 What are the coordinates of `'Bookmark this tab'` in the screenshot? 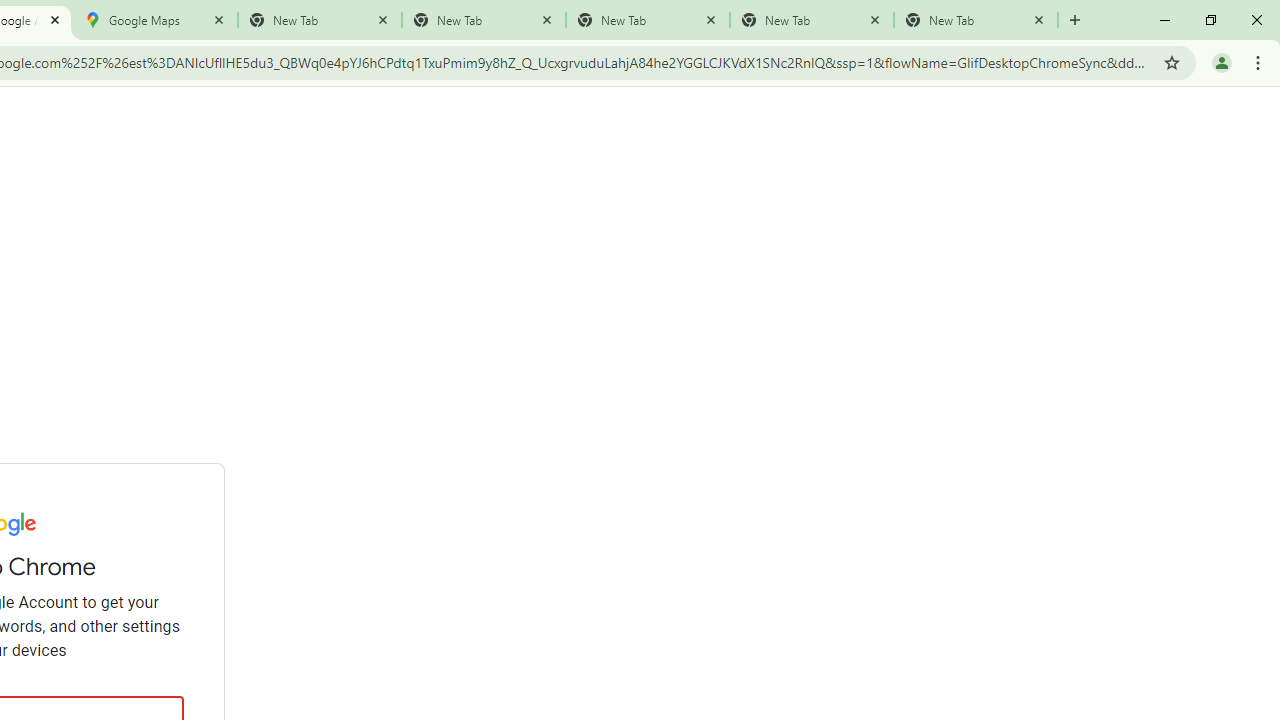 It's located at (1171, 61).